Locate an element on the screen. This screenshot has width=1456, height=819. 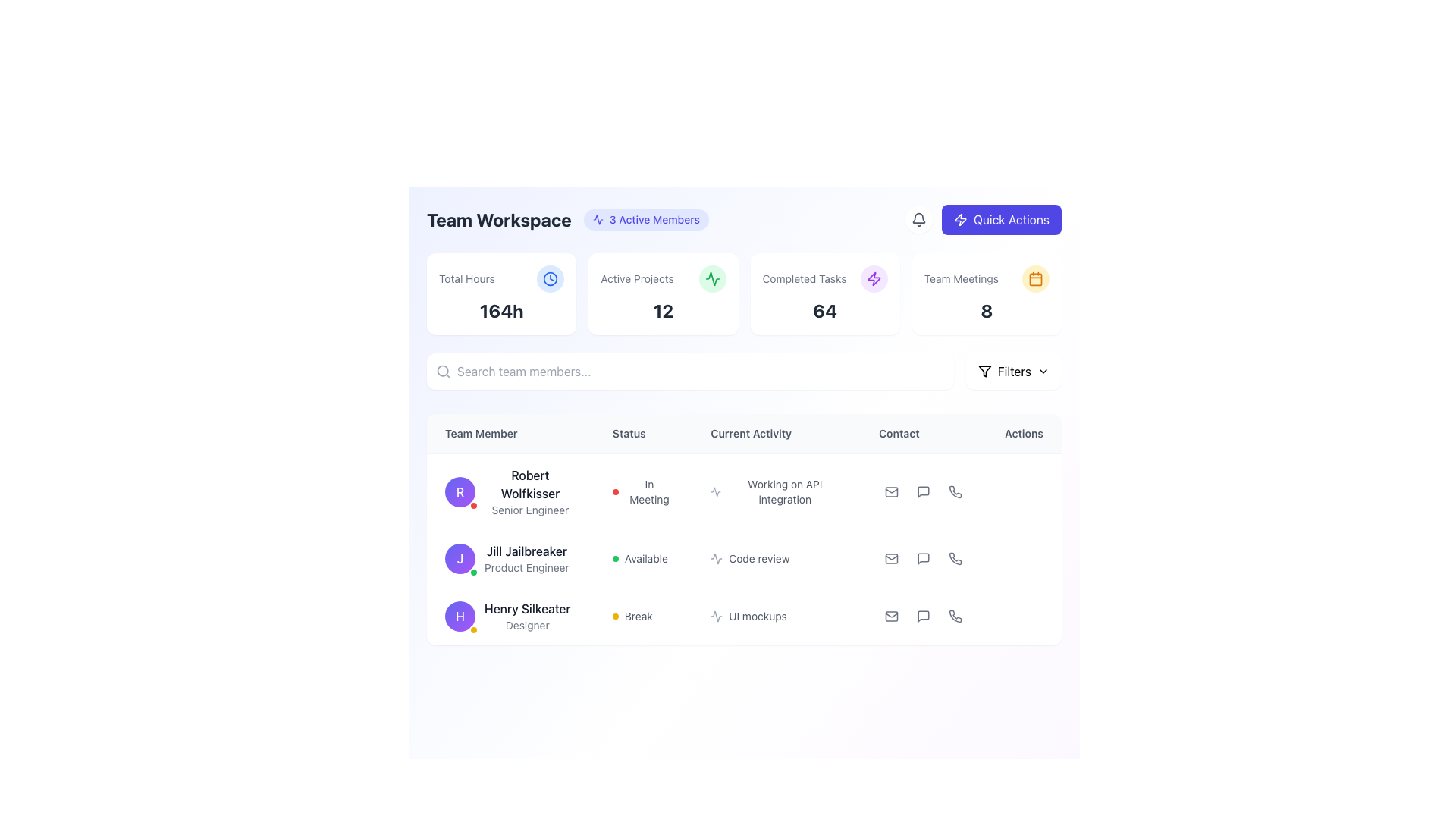
the second icon in the 'Actions' column for the last row of the 'Team Member' table is located at coordinates (923, 617).